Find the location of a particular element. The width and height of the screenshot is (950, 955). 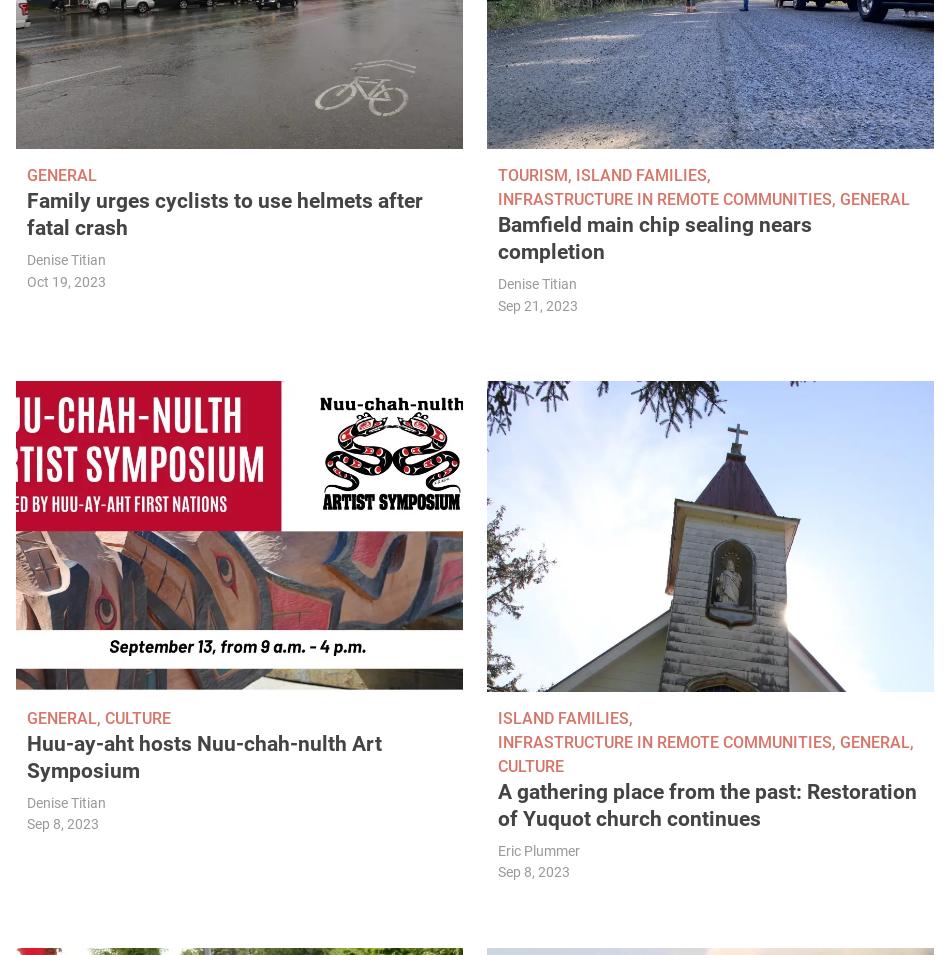

'Eric Plummer' is located at coordinates (539, 850).